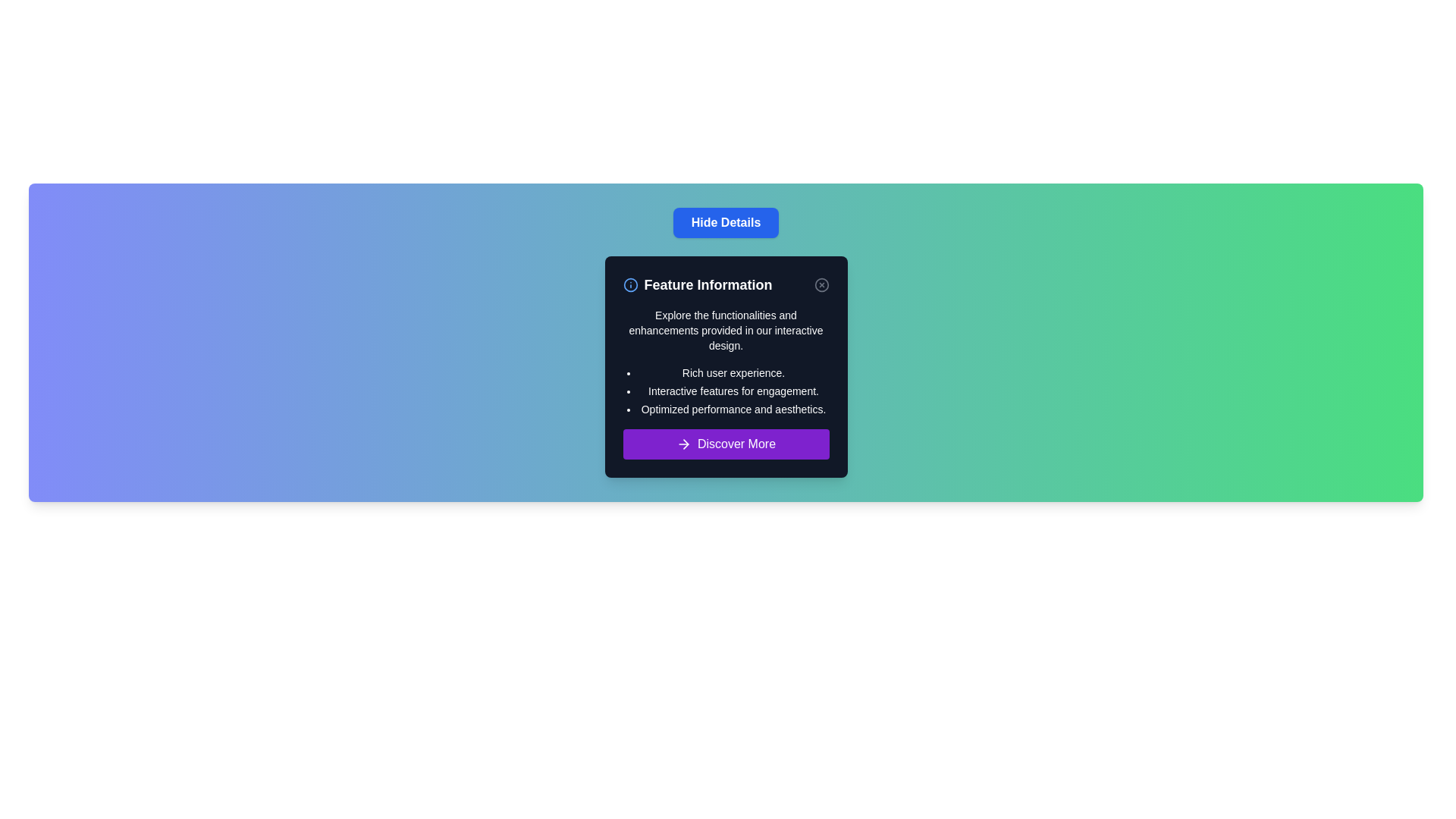  What do you see at coordinates (821, 284) in the screenshot?
I see `the Indicator (Non-functional circle) element, which is a filled circle inside an outlined circular shape, located in the top-right segment of the 'Feature Information' card` at bounding box center [821, 284].